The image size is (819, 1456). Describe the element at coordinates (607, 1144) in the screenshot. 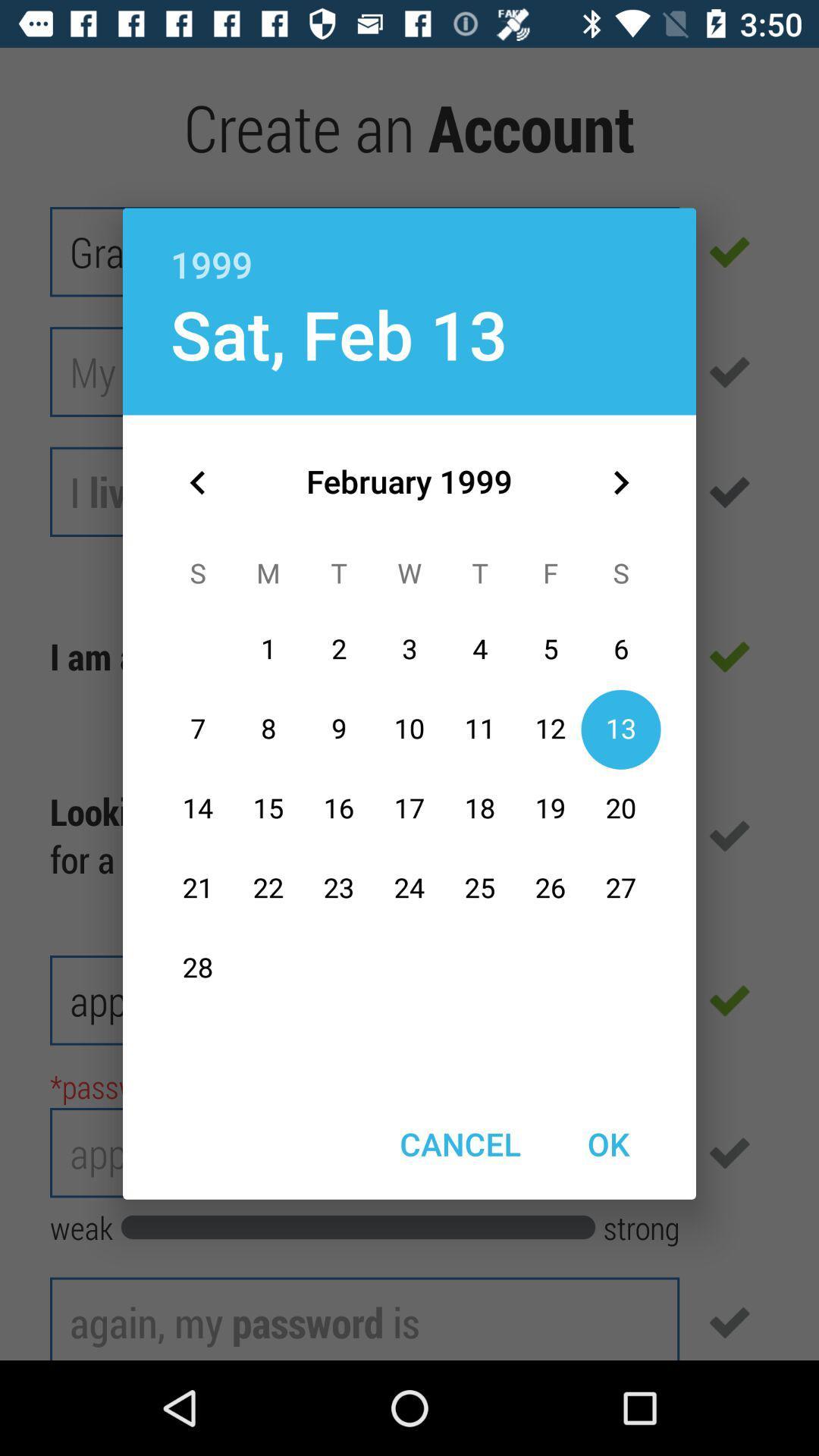

I see `the item to the right of cancel icon` at that location.